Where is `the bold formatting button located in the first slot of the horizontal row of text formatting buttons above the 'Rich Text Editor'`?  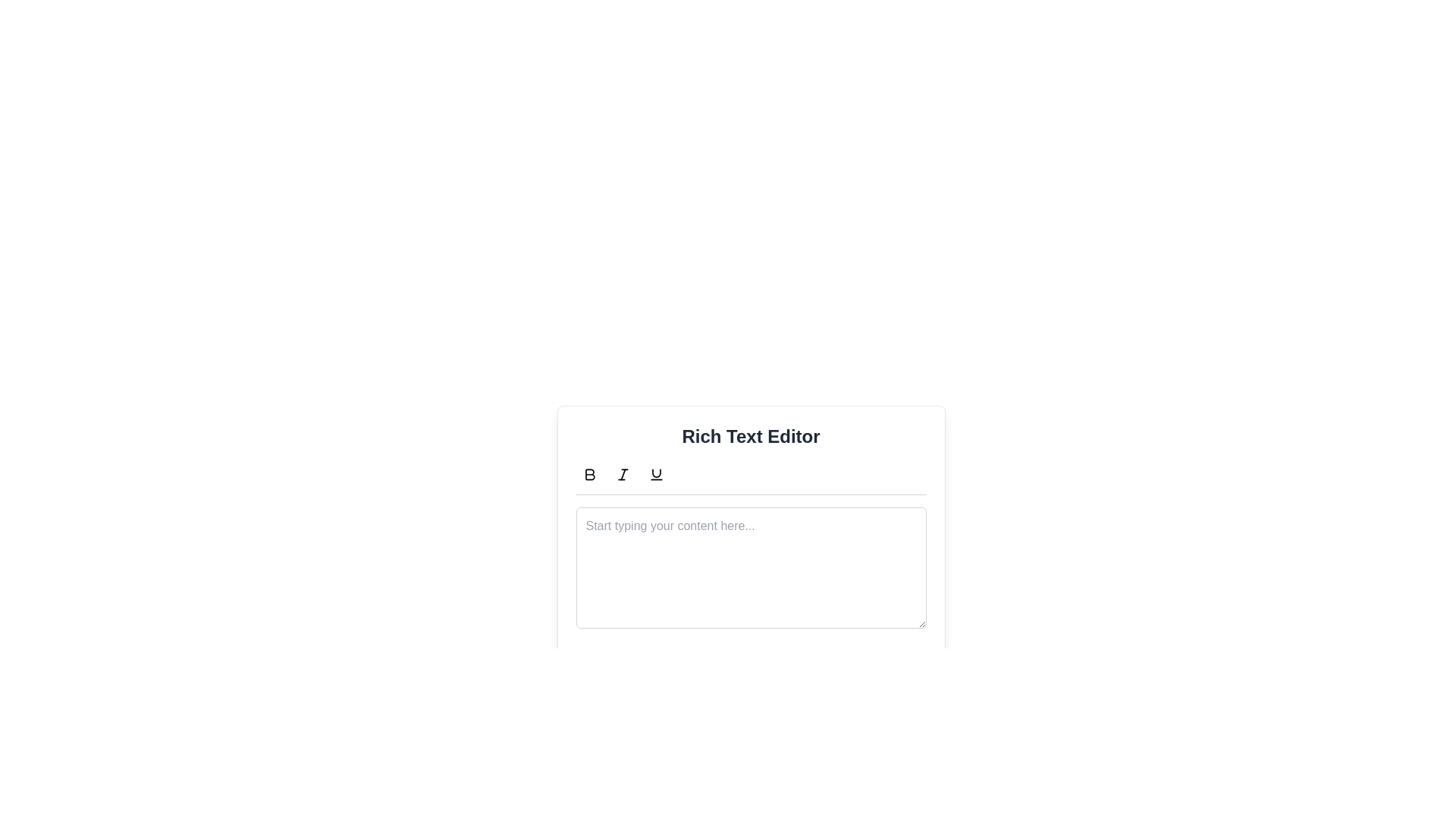 the bold formatting button located in the first slot of the horizontal row of text formatting buttons above the 'Rich Text Editor' is located at coordinates (588, 473).